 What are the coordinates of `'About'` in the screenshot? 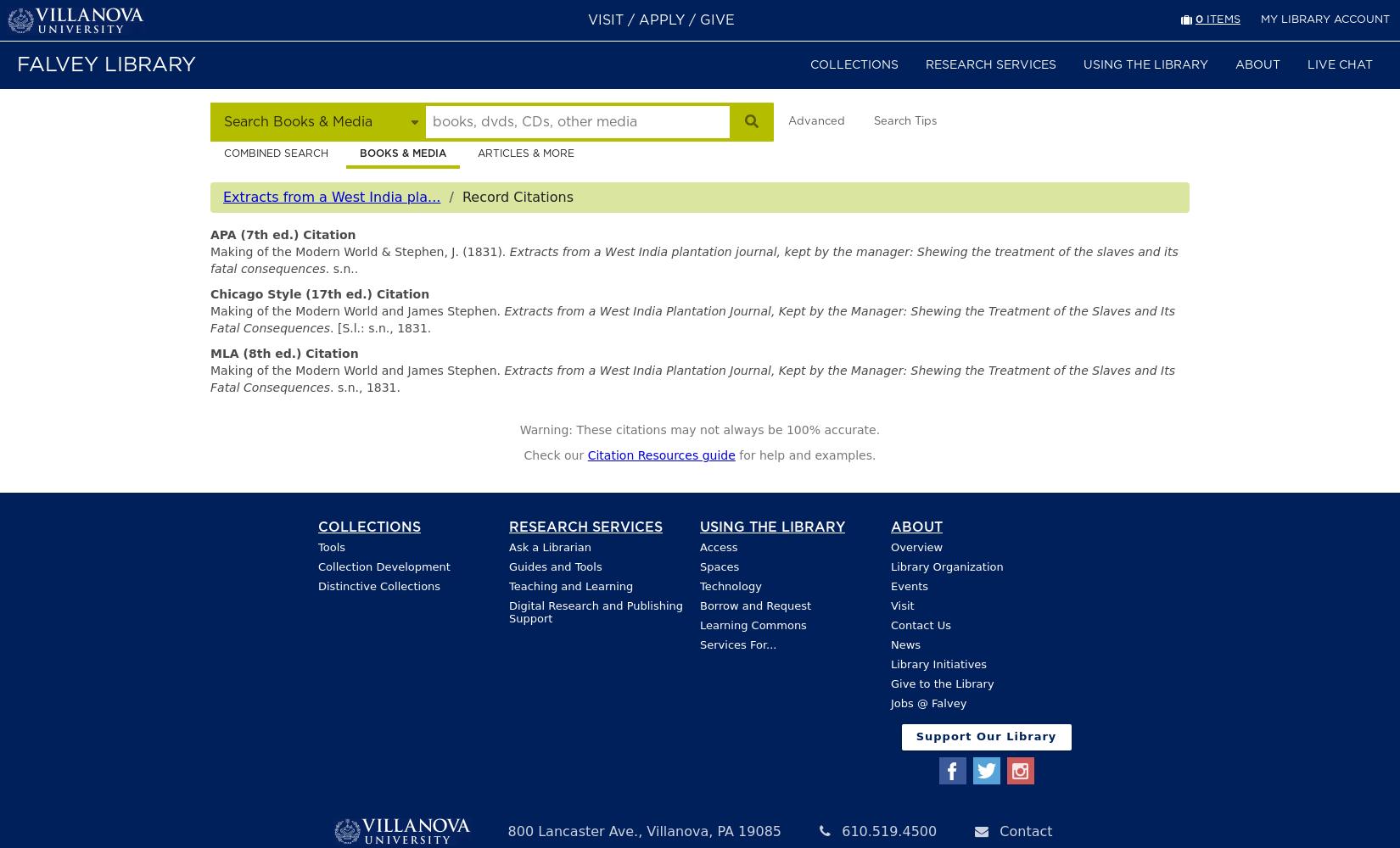 It's located at (916, 526).